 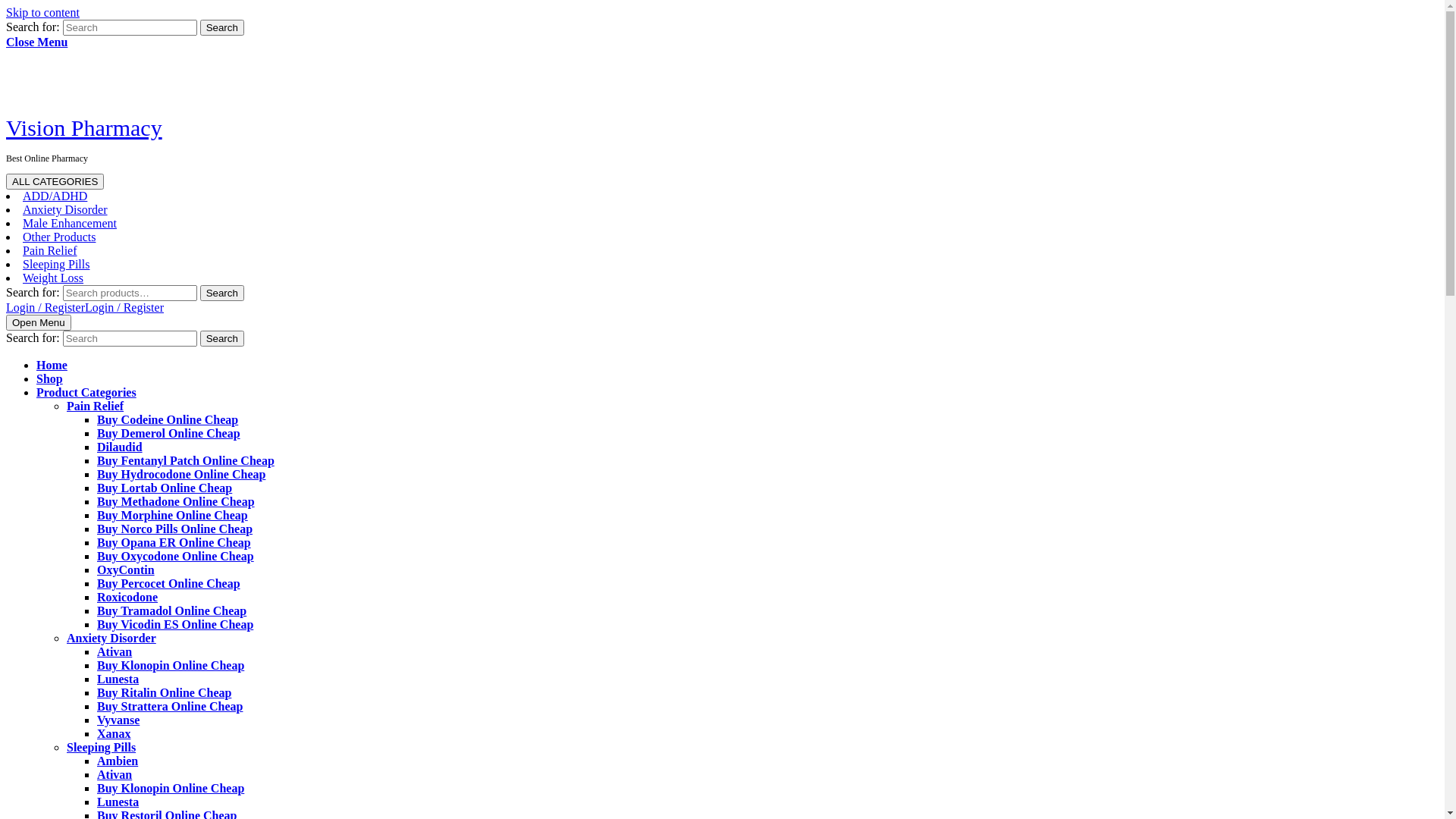 What do you see at coordinates (174, 541) in the screenshot?
I see `'Buy Opana ER Online Cheap'` at bounding box center [174, 541].